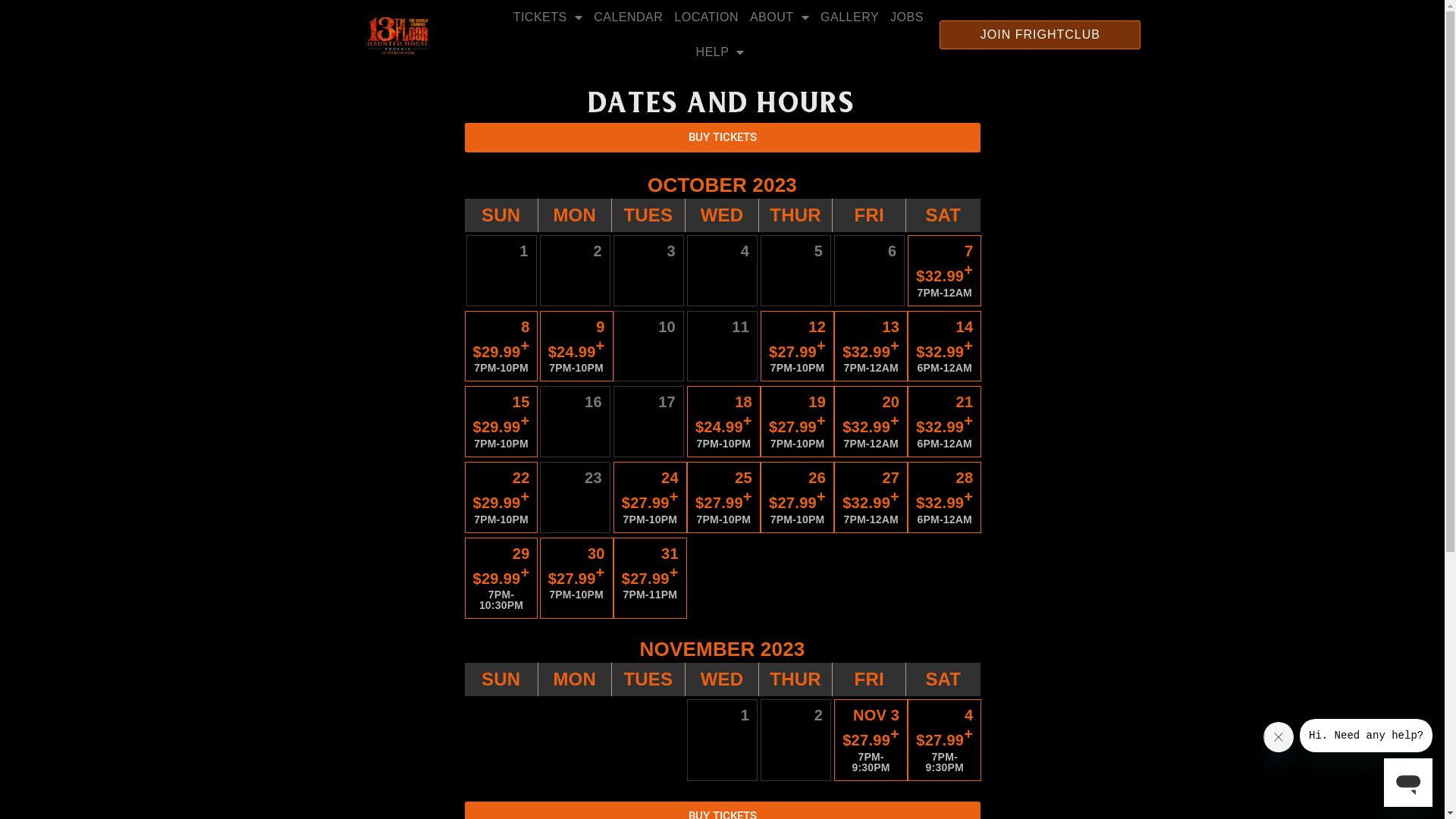  What do you see at coordinates (548, 17) in the screenshot?
I see `'TICKETS'` at bounding box center [548, 17].